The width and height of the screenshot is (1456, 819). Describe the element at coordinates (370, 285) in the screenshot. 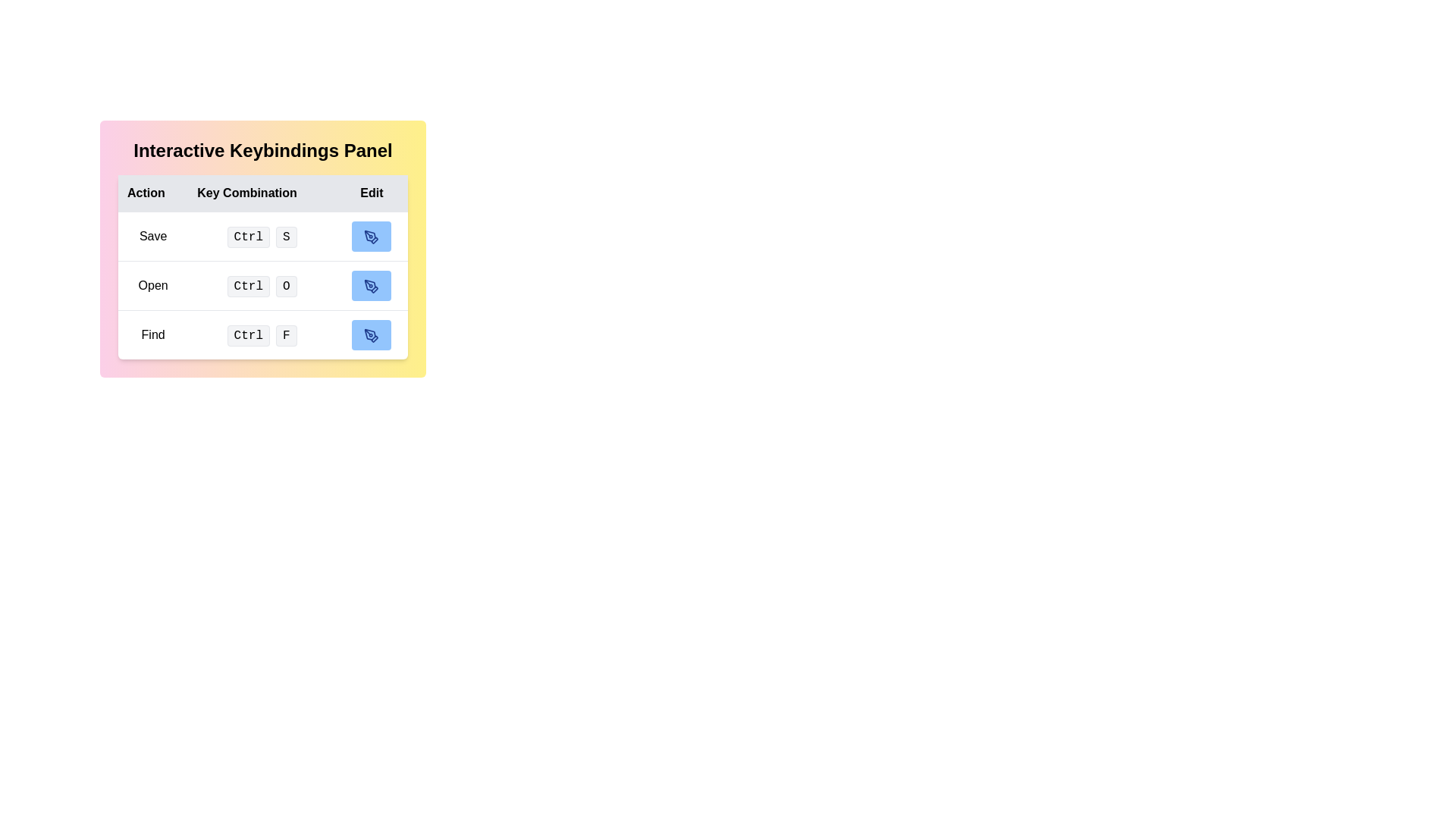

I see `details of the SVG representation associated with the 'Open' command action, located in the second segment of the 'Edit' column in the second row of the 'Interactive Keybindings Panel'` at that location.